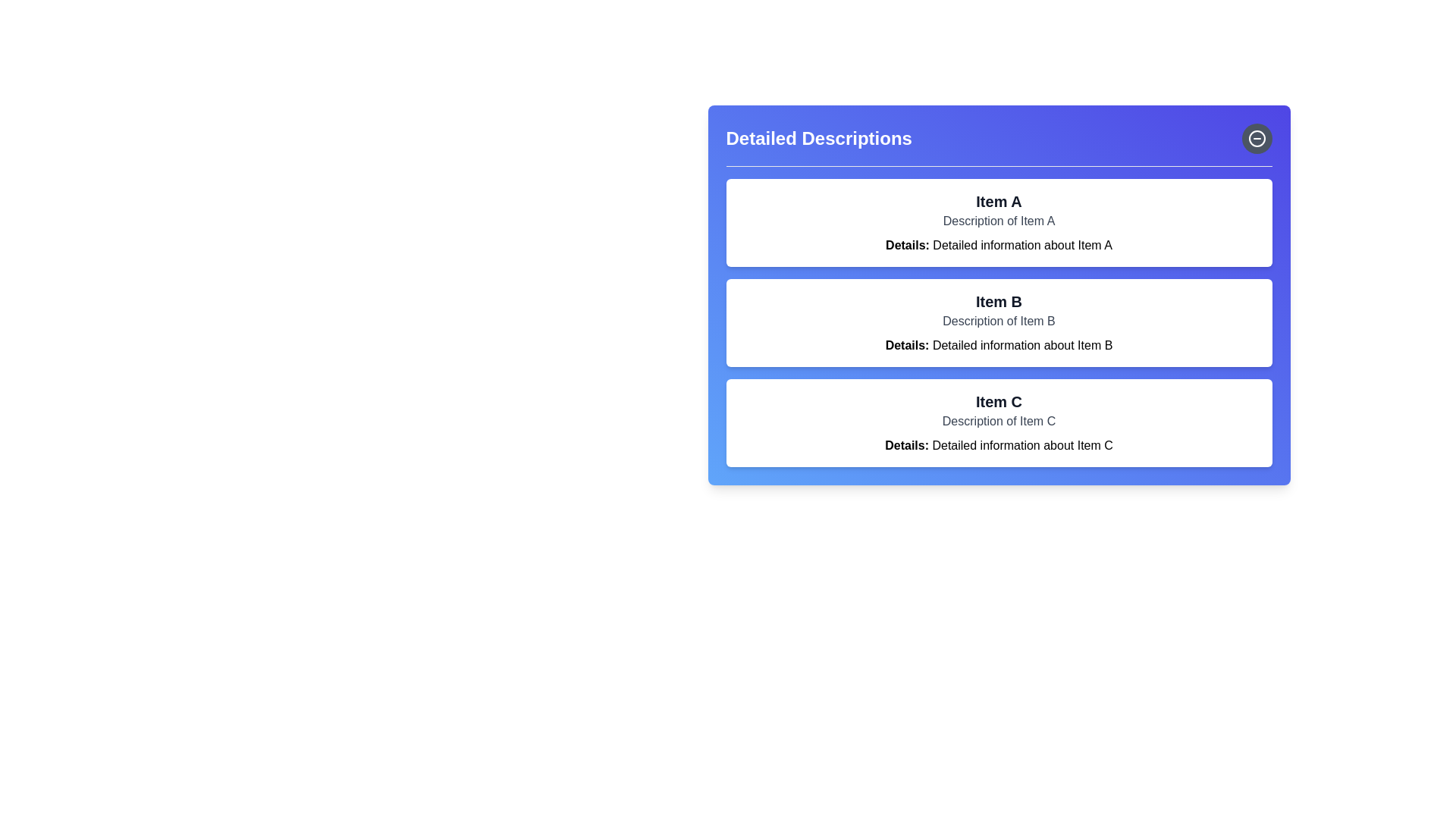  I want to click on the 'minus' icon located at the top-right corner of the blue header panel, so click(1257, 138).